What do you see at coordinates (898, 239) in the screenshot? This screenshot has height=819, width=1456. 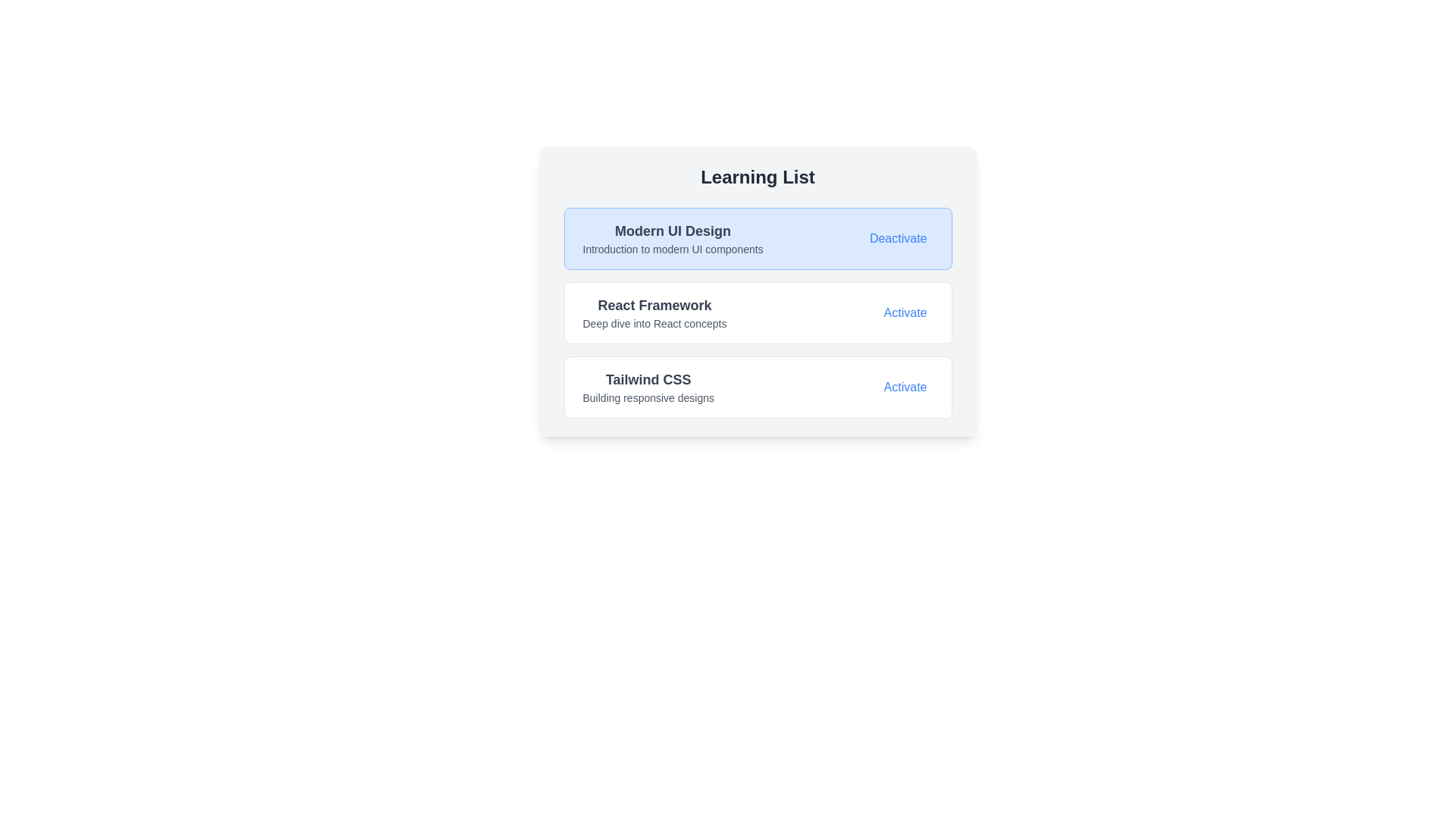 I see `the action button labeled 'Deactivate' for the item 'Modern UI Design'` at bounding box center [898, 239].